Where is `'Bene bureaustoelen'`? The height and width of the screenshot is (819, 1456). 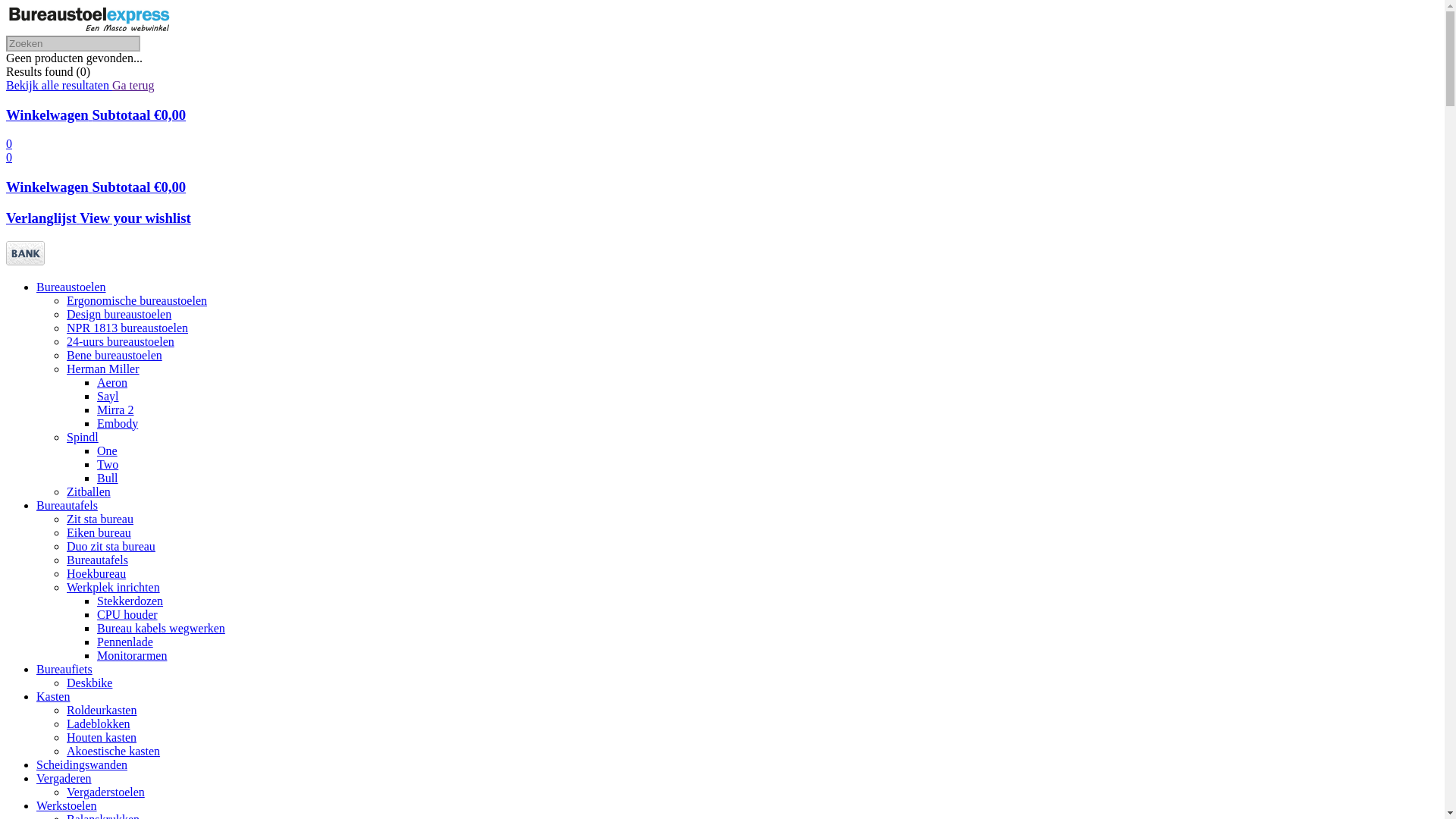
'Bene bureaustoelen' is located at coordinates (65, 355).